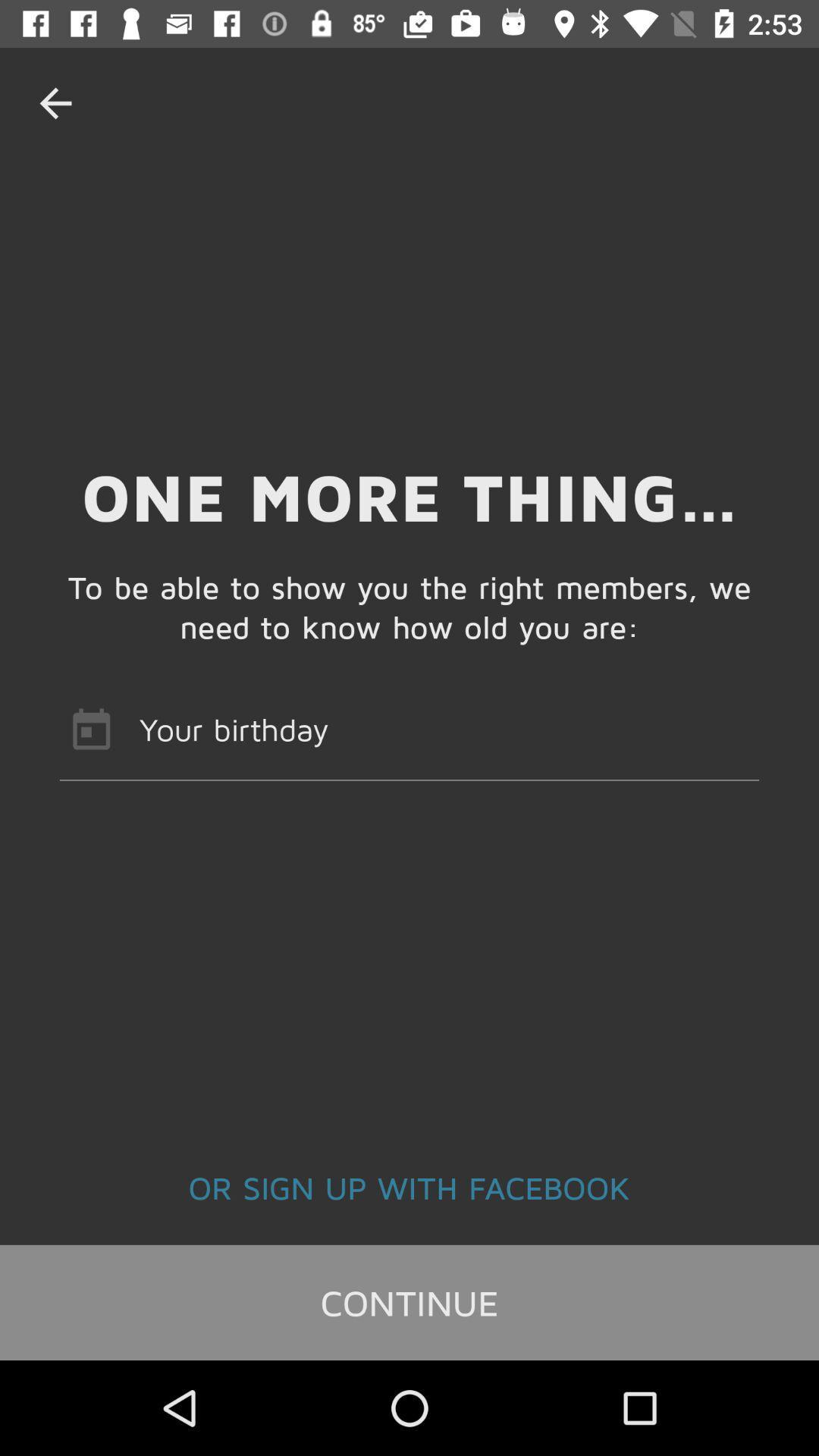 Image resolution: width=819 pixels, height=1456 pixels. What do you see at coordinates (409, 1186) in the screenshot?
I see `the or sign up item` at bounding box center [409, 1186].